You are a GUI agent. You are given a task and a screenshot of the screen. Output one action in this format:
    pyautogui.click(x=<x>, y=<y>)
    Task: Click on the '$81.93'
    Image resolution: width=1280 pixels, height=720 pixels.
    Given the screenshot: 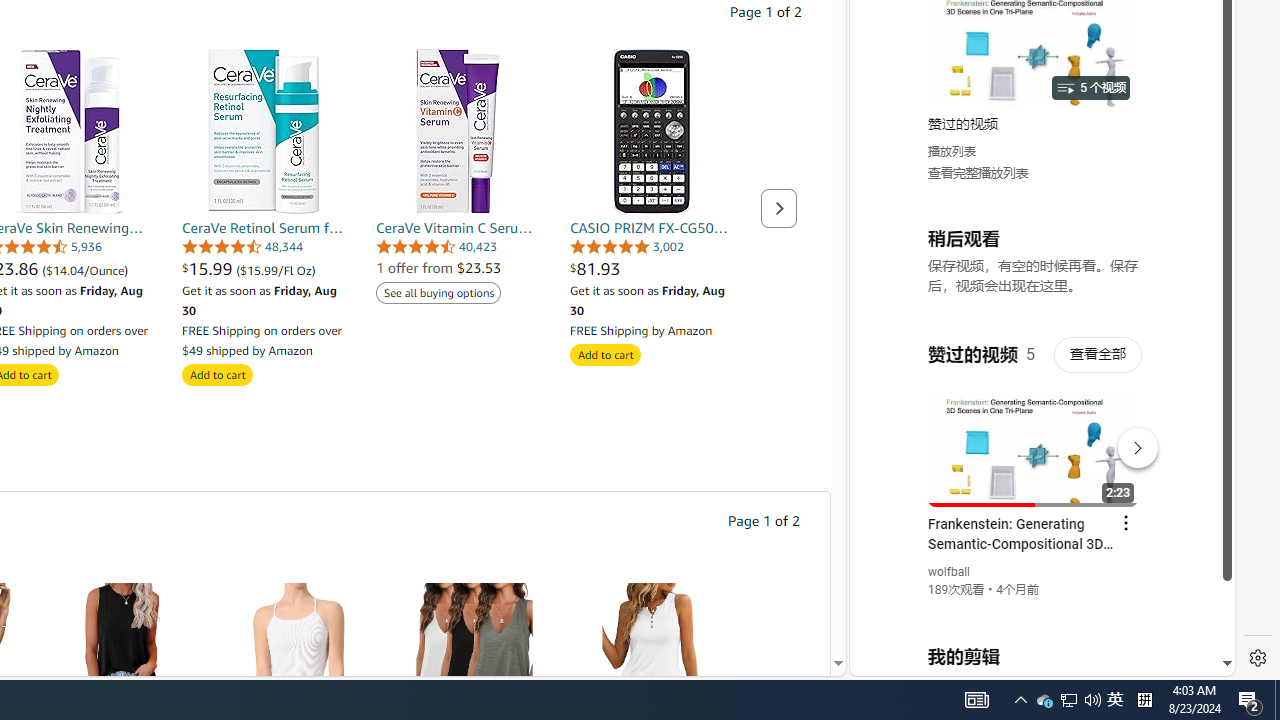 What is the action you would take?
    pyautogui.click(x=652, y=267)
    